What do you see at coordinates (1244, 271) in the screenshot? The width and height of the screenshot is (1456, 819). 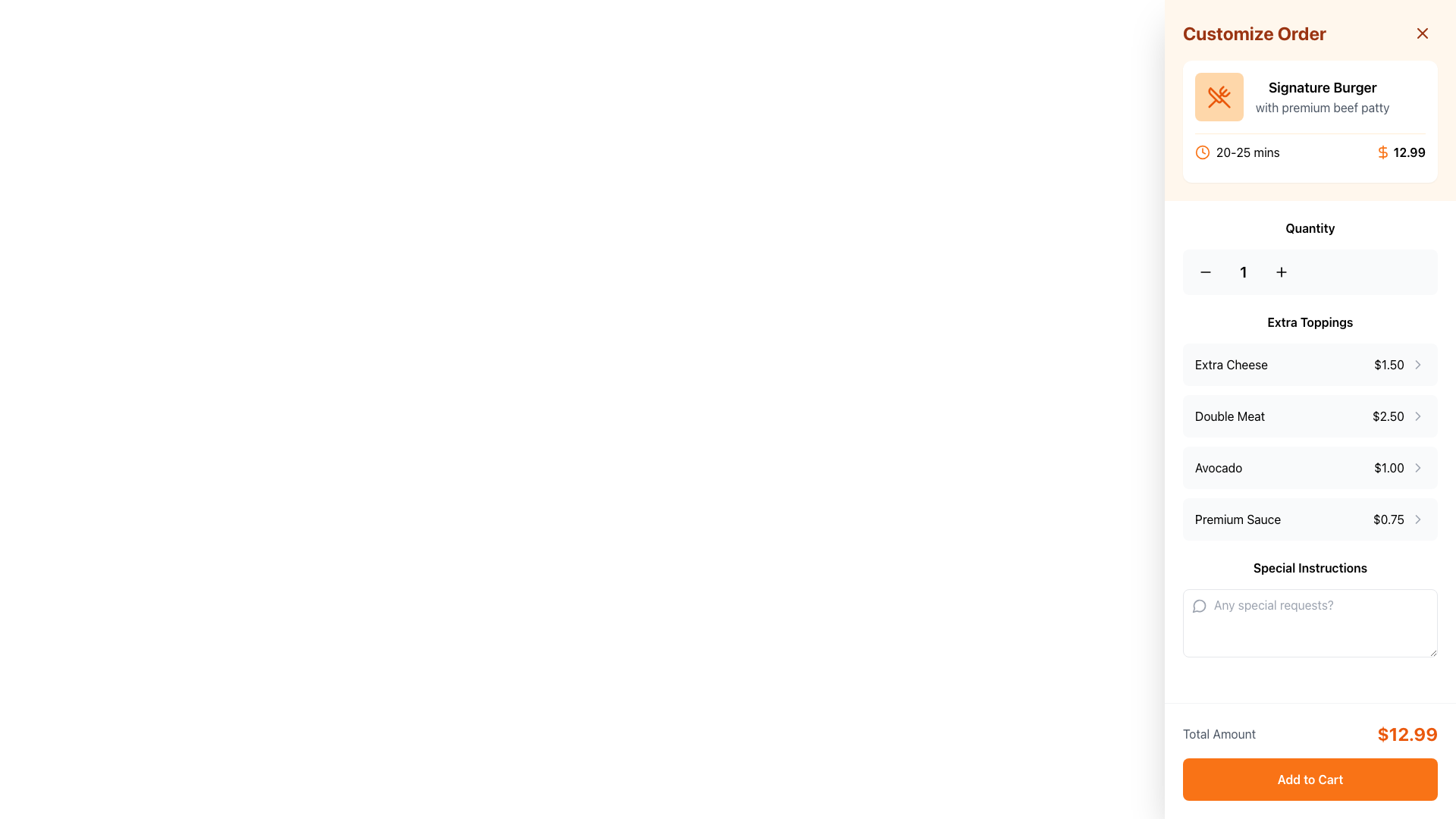 I see `the bold text displaying the number '1', which is centrally located within the quantity selector` at bounding box center [1244, 271].